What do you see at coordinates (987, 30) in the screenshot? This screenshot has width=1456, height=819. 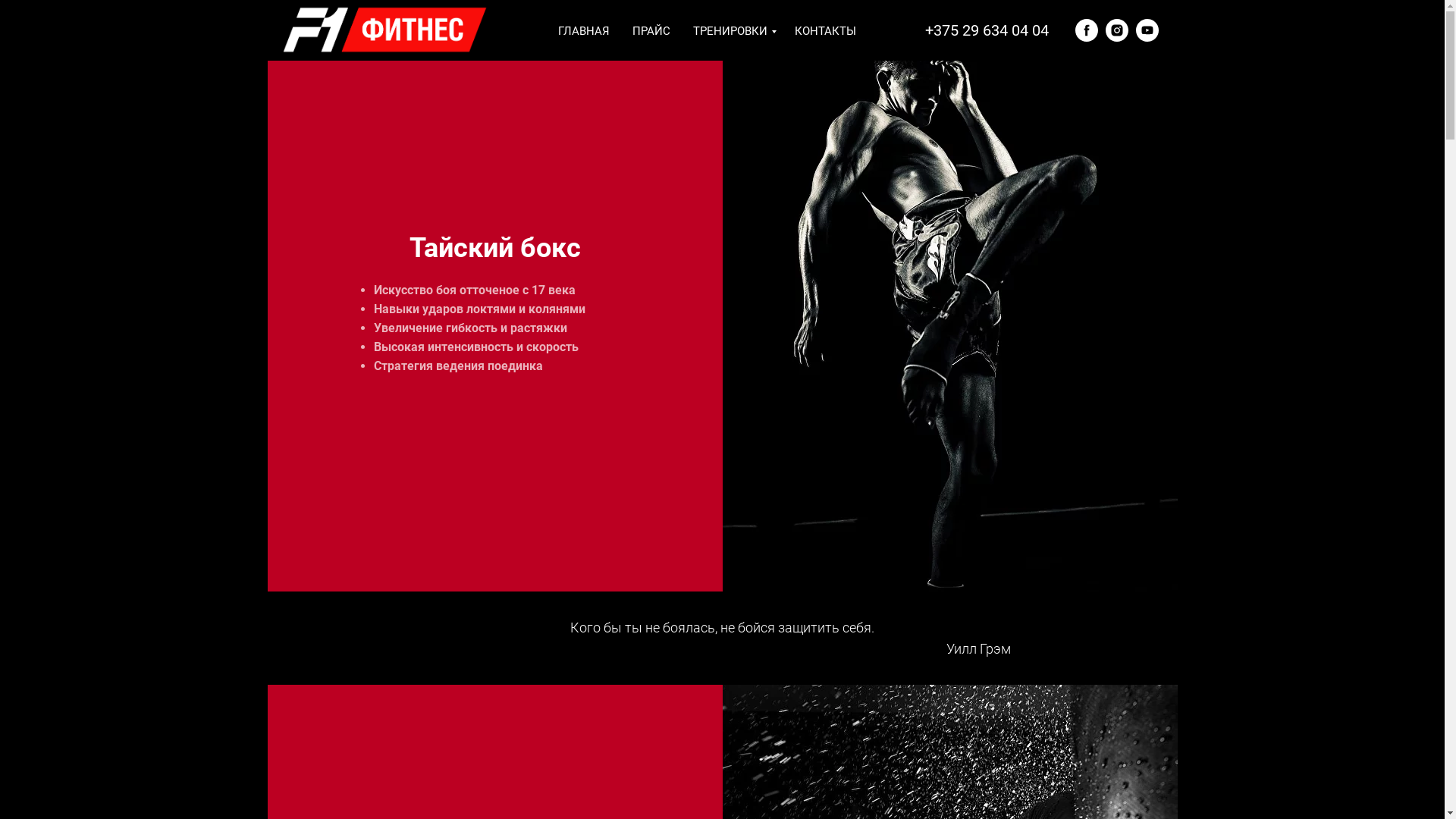 I see `'+375 29 634 04 04'` at bounding box center [987, 30].